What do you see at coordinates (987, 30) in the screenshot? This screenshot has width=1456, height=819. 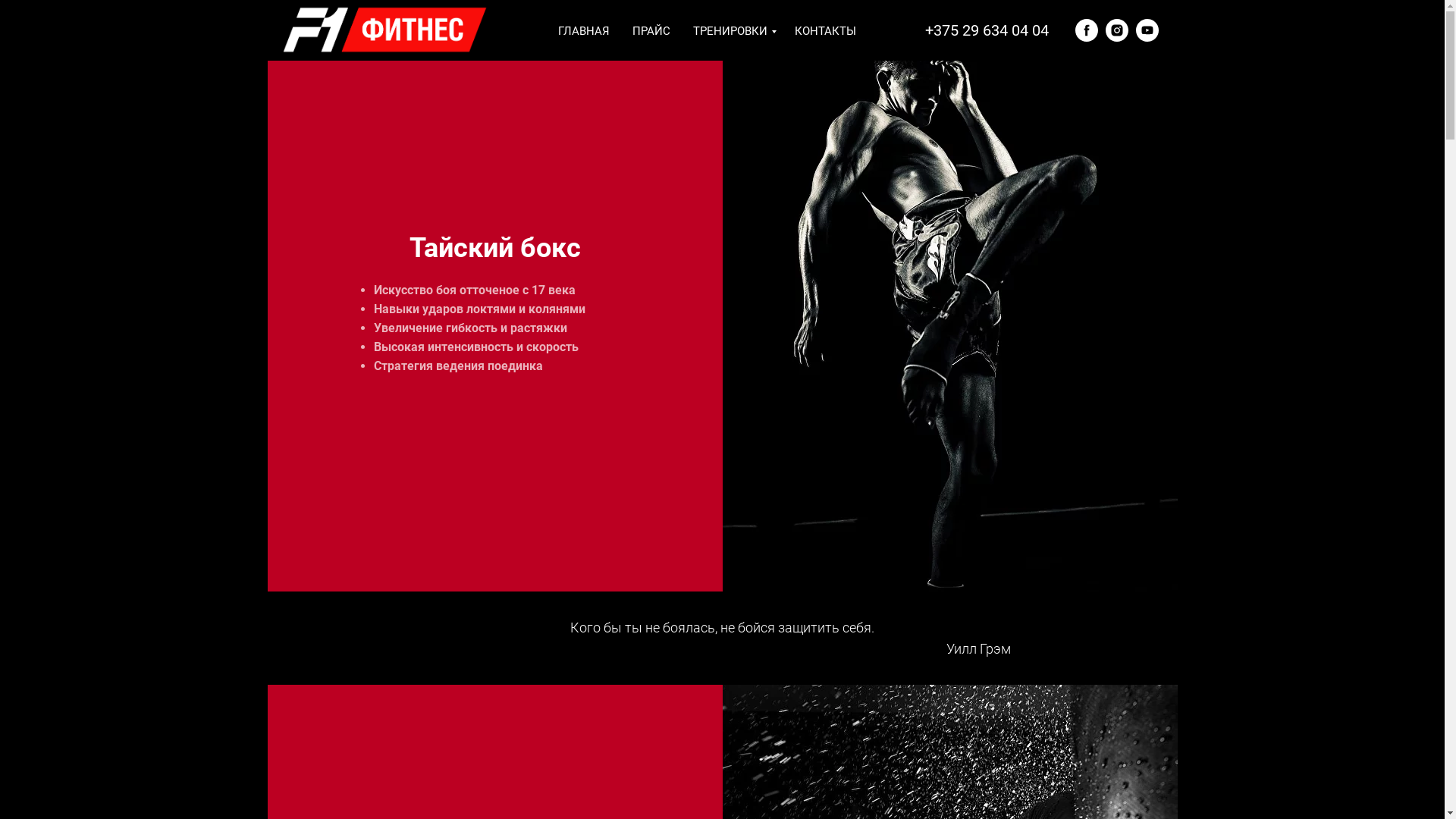 I see `'+375 29 634 04 04'` at bounding box center [987, 30].